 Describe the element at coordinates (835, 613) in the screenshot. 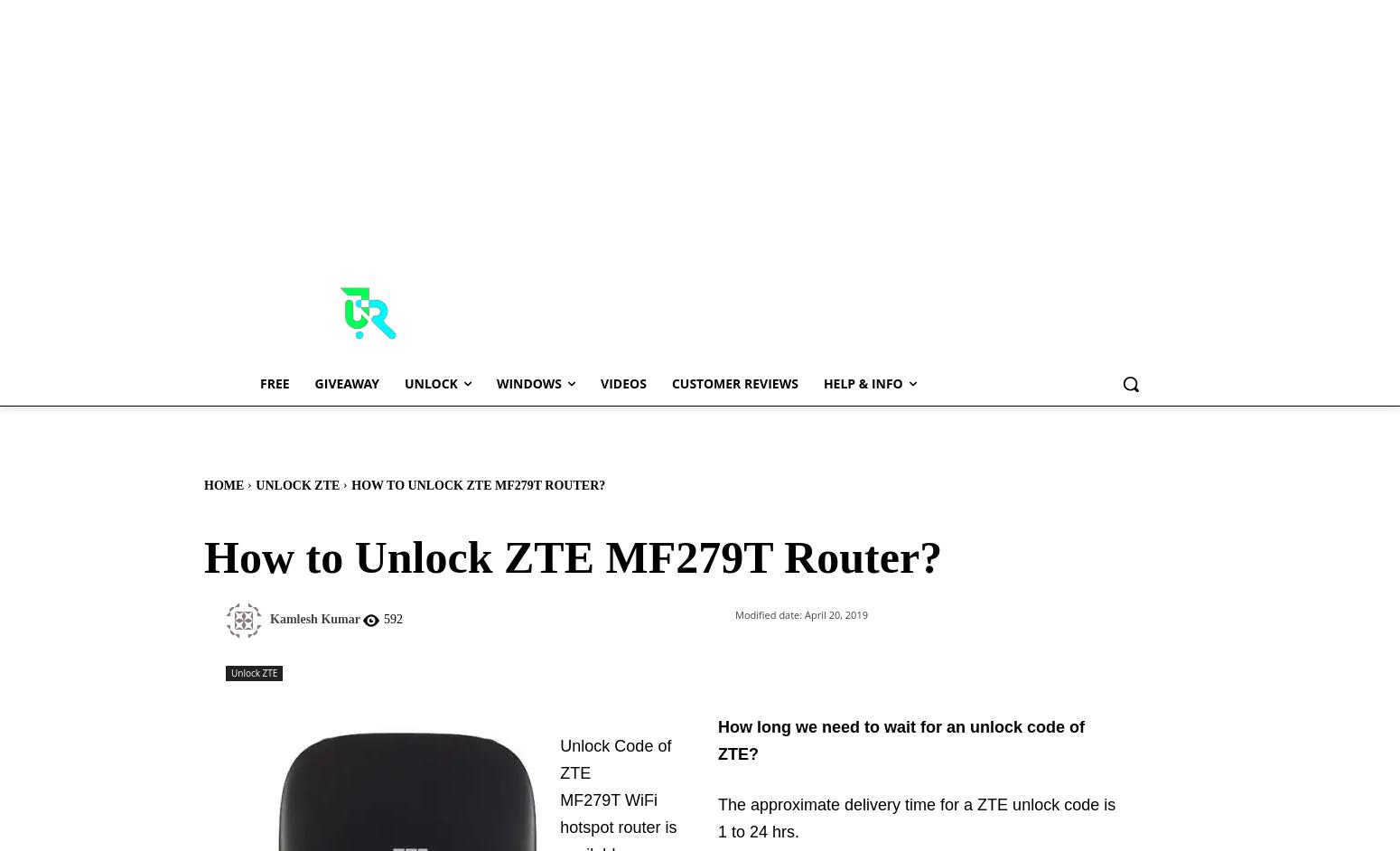

I see `'April 20, 2019'` at that location.